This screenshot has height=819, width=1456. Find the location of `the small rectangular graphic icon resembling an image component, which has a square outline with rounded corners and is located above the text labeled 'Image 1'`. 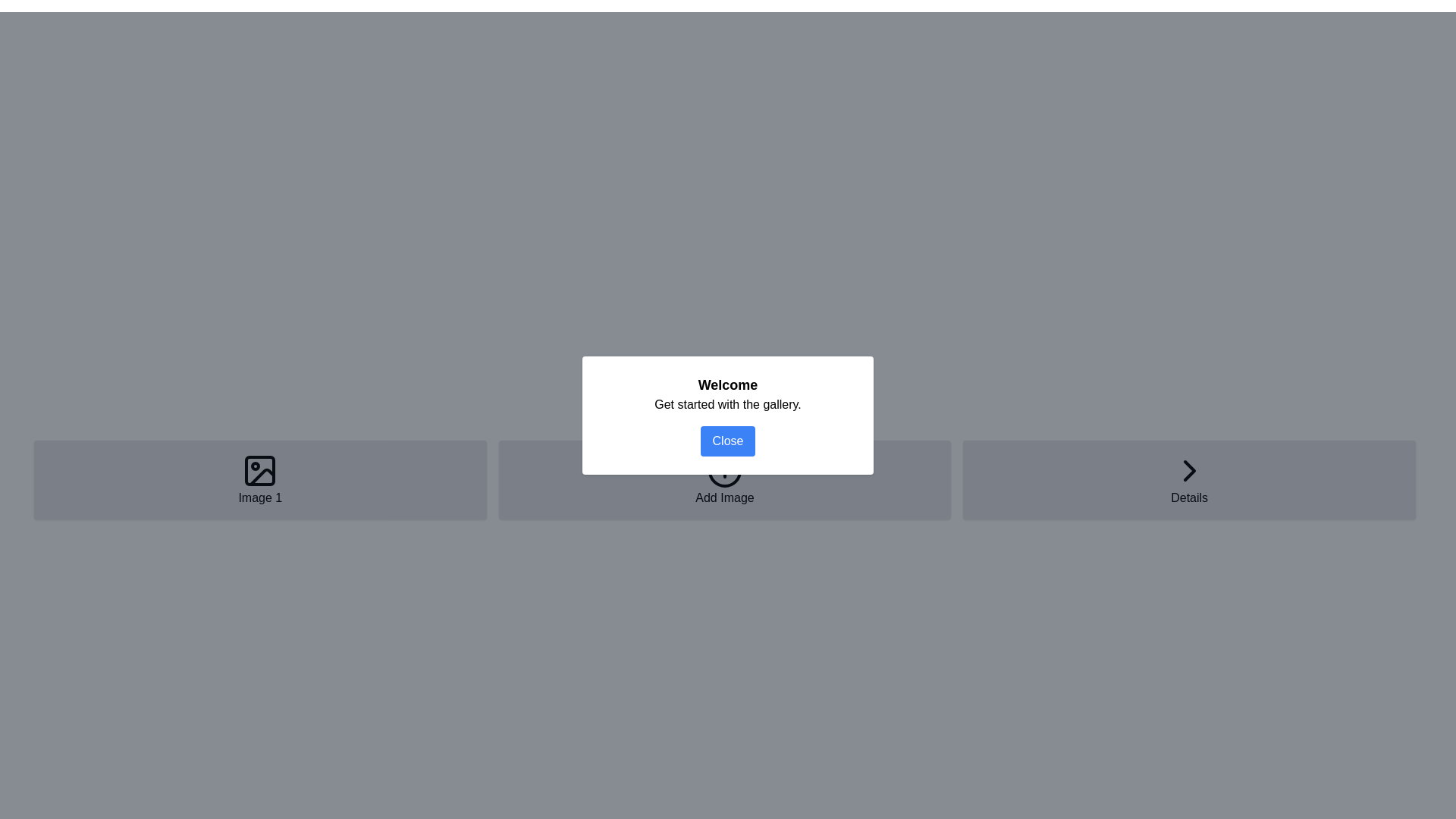

the small rectangular graphic icon resembling an image component, which has a square outline with rounded corners and is located above the text labeled 'Image 1' is located at coordinates (260, 470).